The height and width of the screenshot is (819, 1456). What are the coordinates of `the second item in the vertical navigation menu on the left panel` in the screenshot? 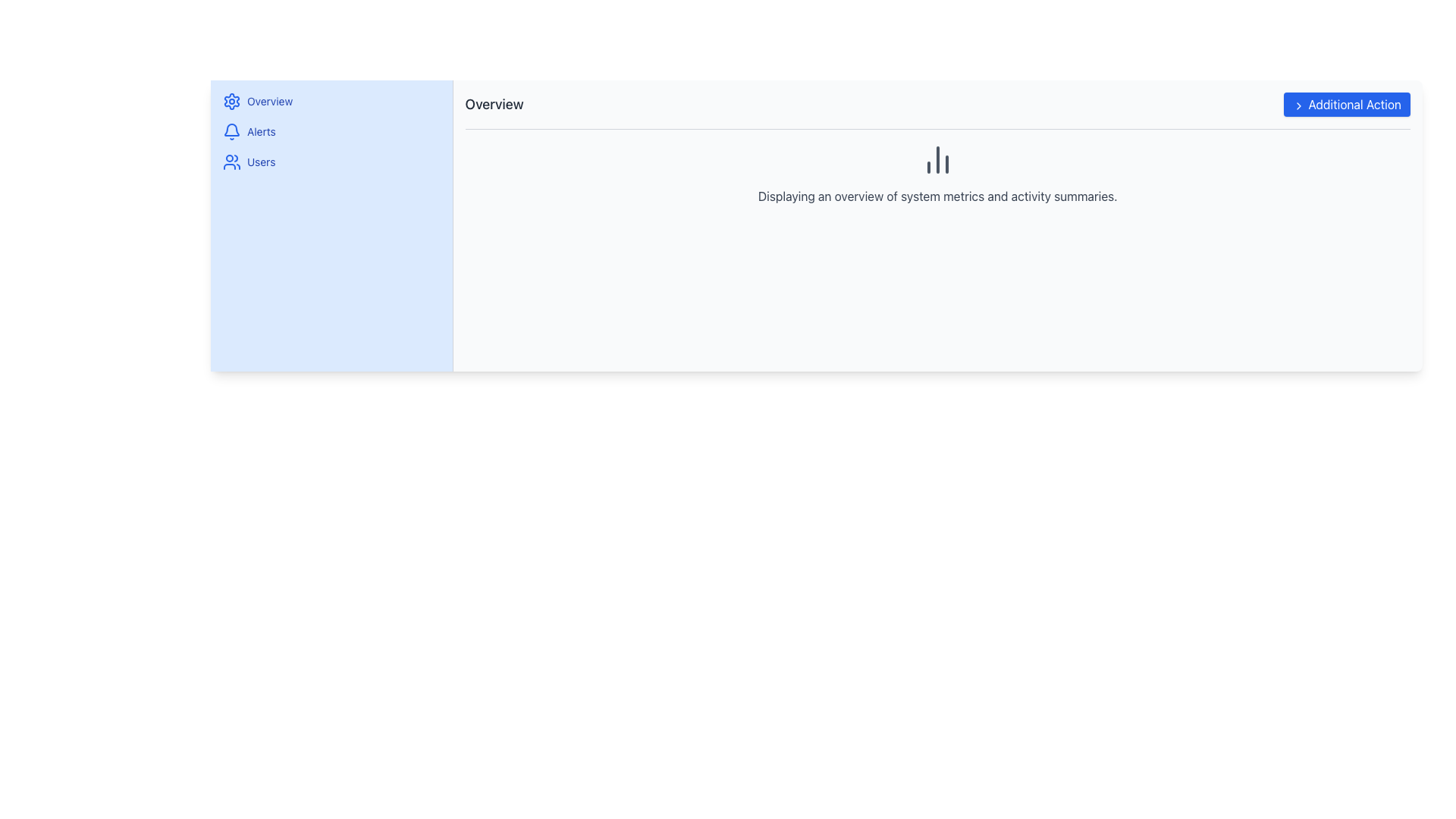 It's located at (331, 130).